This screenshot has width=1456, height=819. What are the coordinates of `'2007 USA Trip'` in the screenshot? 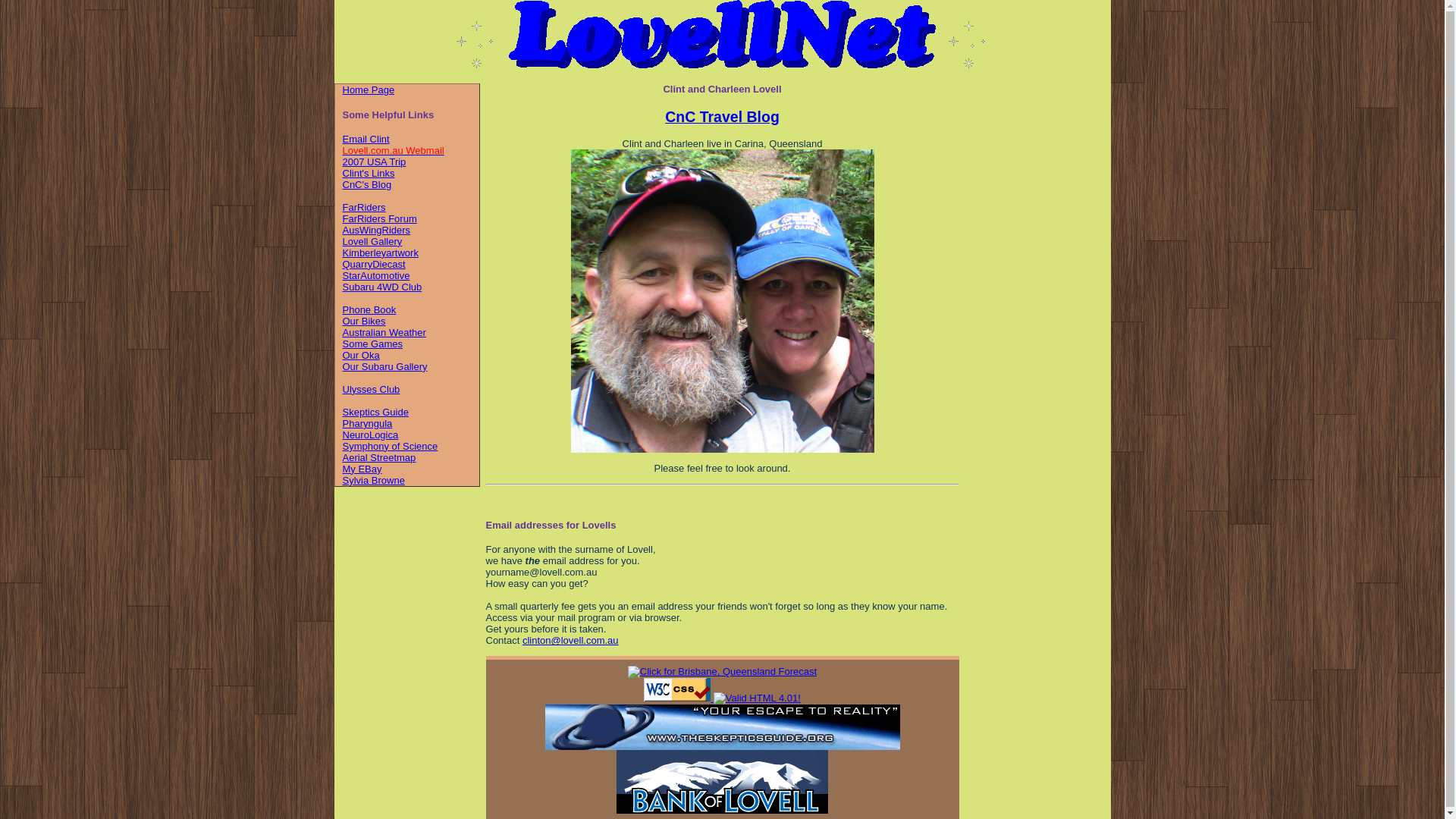 It's located at (375, 162).